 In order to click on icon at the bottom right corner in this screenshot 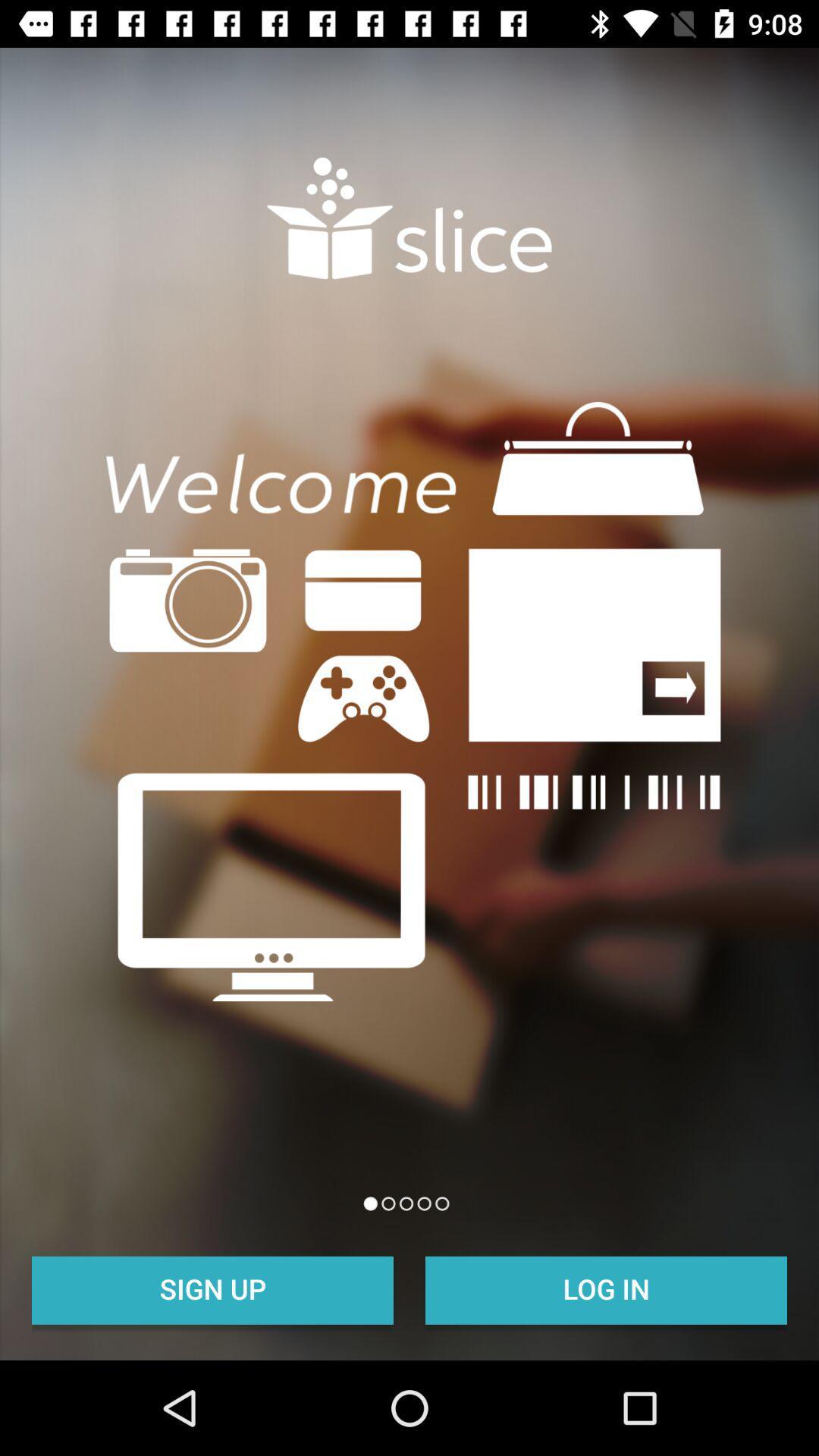, I will do `click(605, 1288)`.